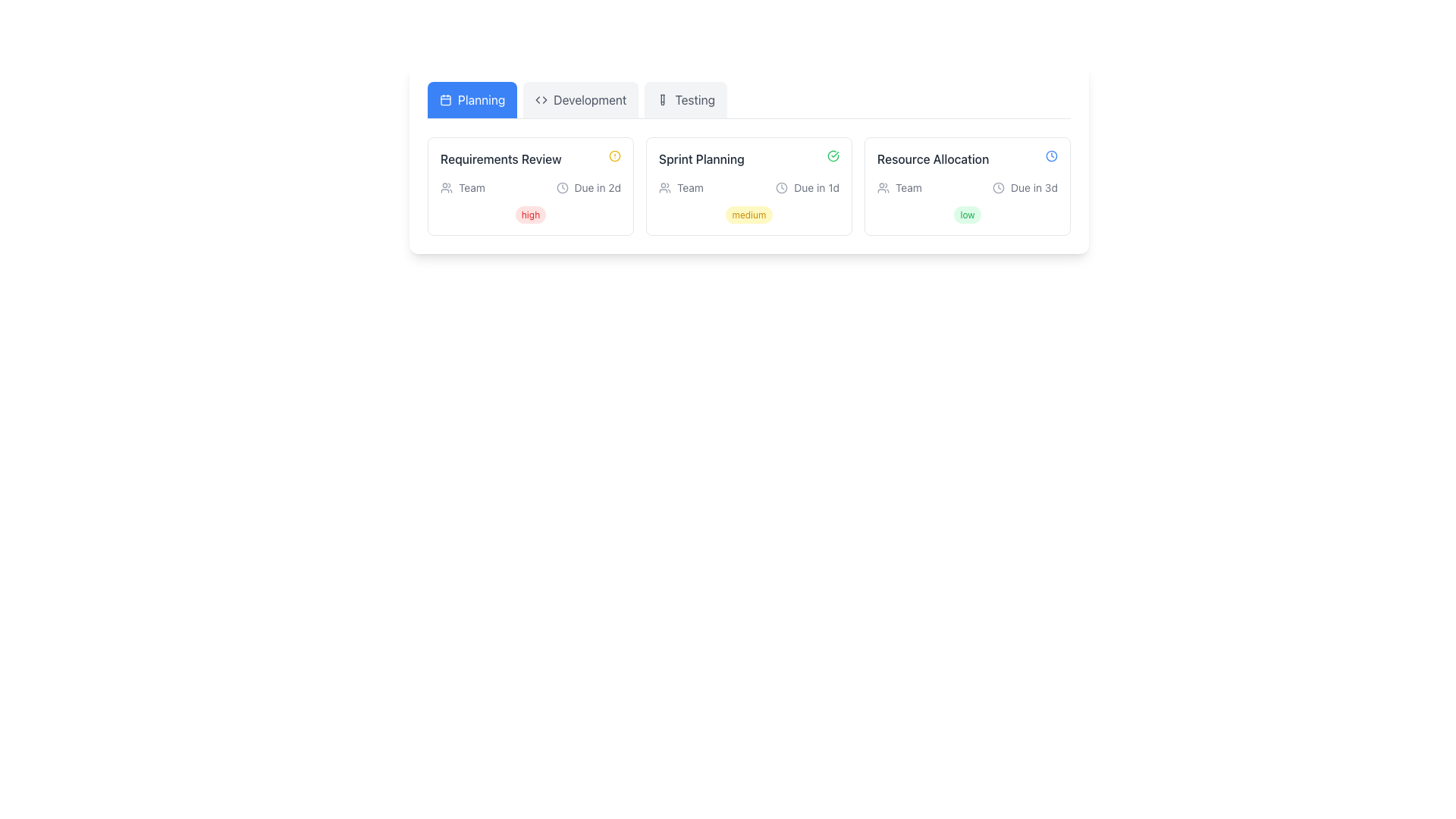  What do you see at coordinates (589, 99) in the screenshot?
I see `the 'Development' text label in the navigation interface` at bounding box center [589, 99].